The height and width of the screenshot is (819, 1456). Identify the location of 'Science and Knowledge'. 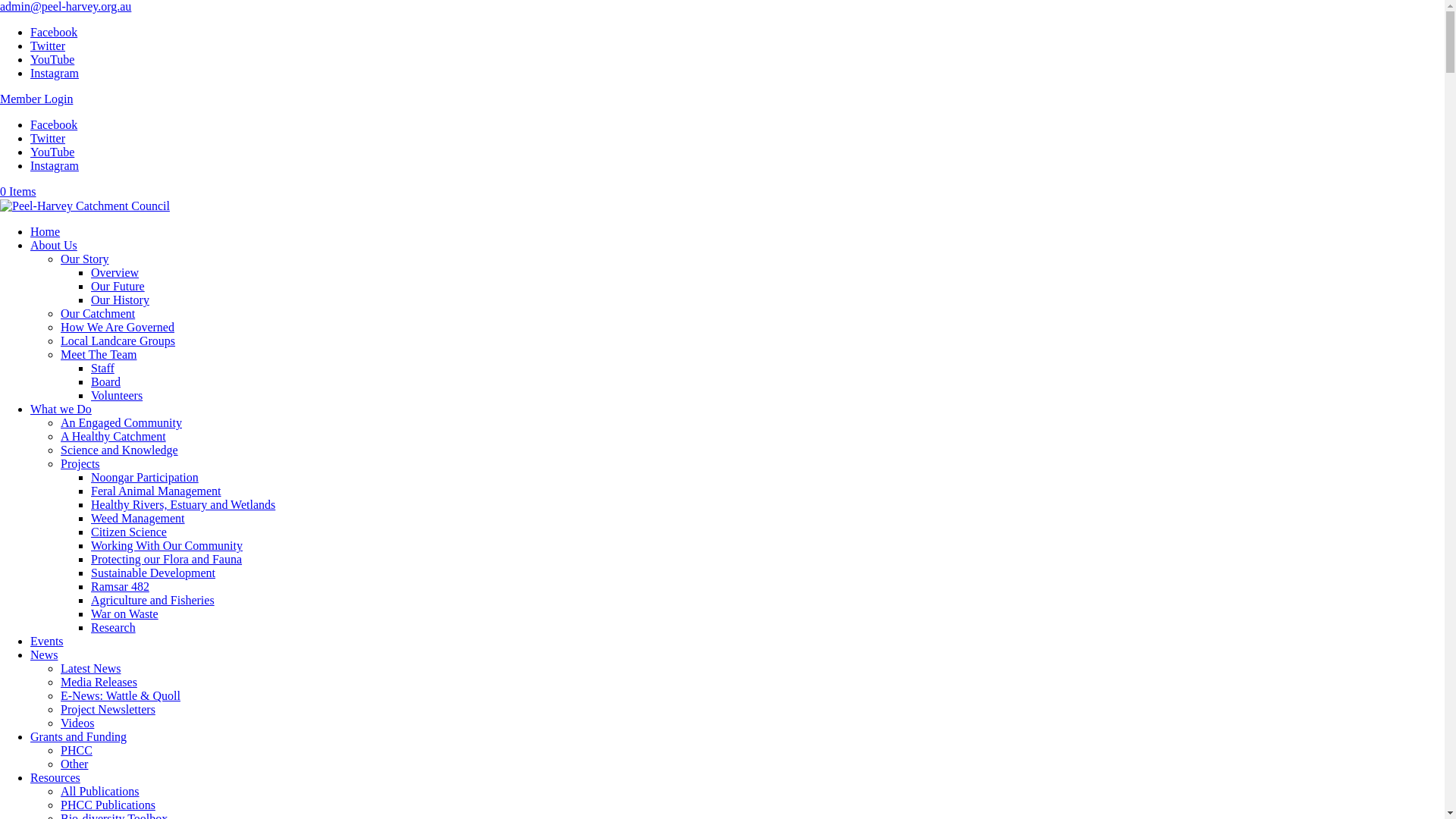
(118, 449).